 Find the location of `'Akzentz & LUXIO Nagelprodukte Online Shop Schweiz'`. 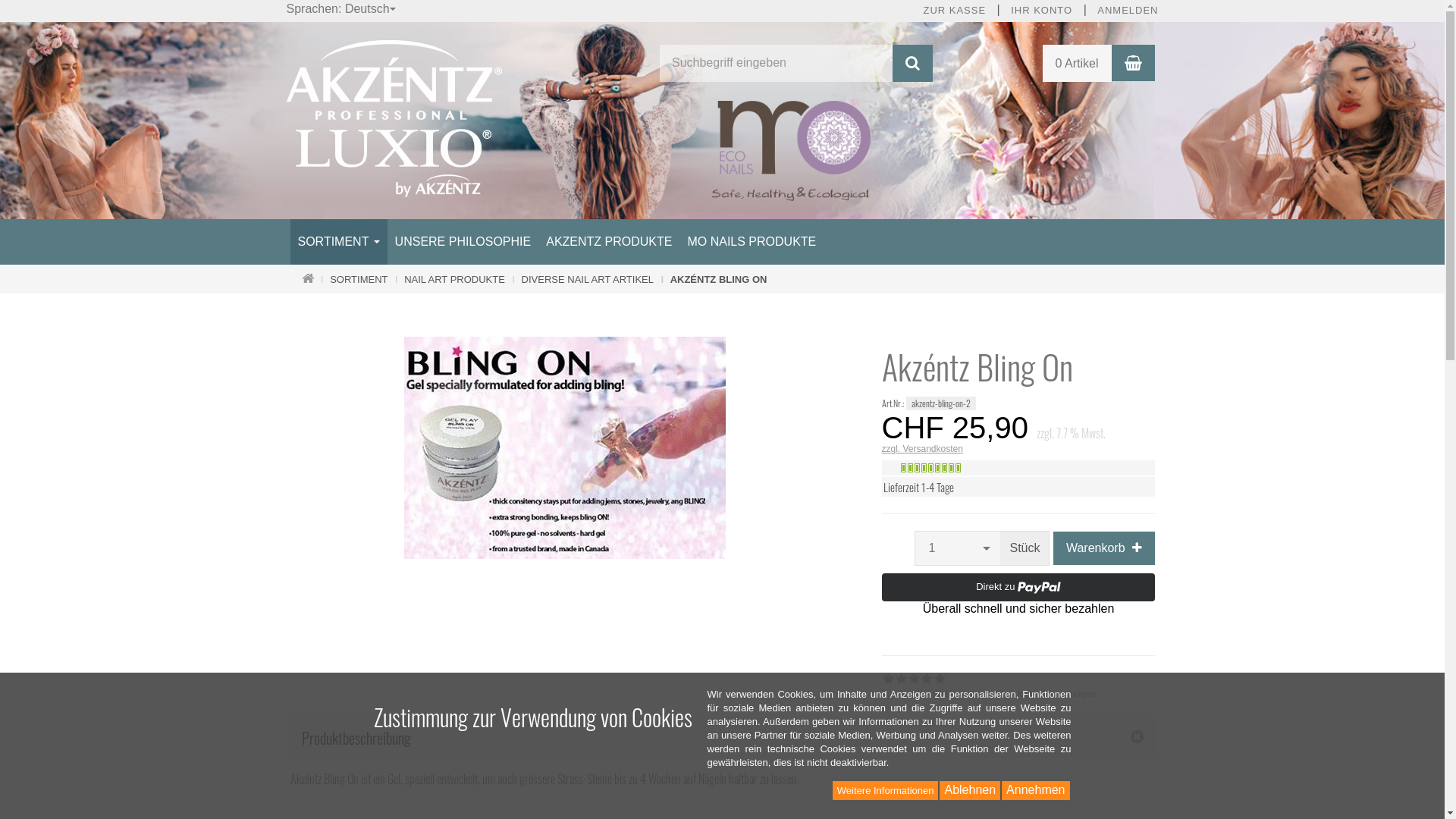

'Akzentz & LUXIO Nagelprodukte Online Shop Schweiz' is located at coordinates (394, 117).